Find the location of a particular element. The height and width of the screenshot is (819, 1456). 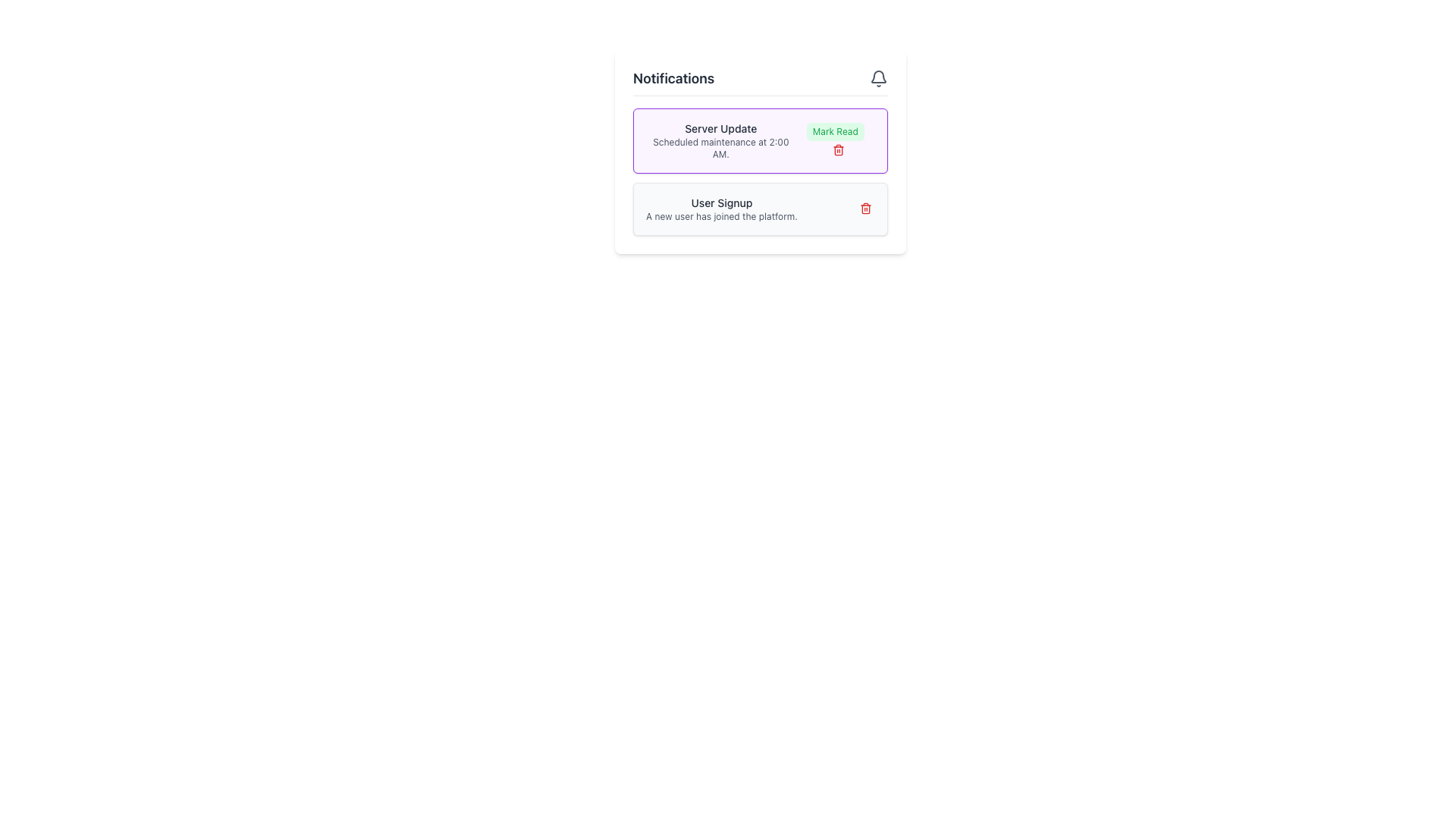

the static text block in the notifications section that informs users about the upcoming scheduled maintenance event is located at coordinates (720, 140).